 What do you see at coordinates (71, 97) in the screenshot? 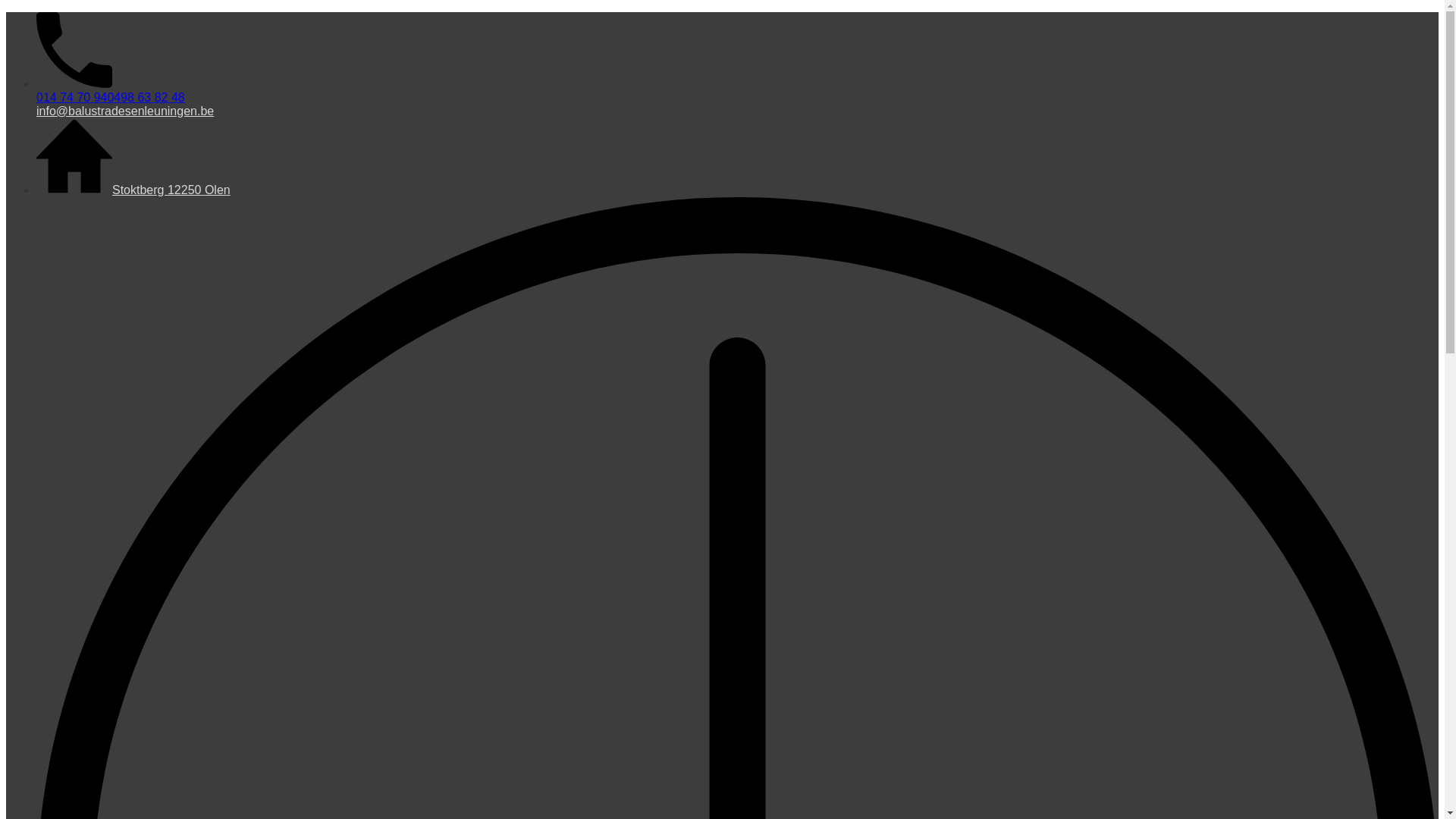
I see `'014 74 70 94'` at bounding box center [71, 97].